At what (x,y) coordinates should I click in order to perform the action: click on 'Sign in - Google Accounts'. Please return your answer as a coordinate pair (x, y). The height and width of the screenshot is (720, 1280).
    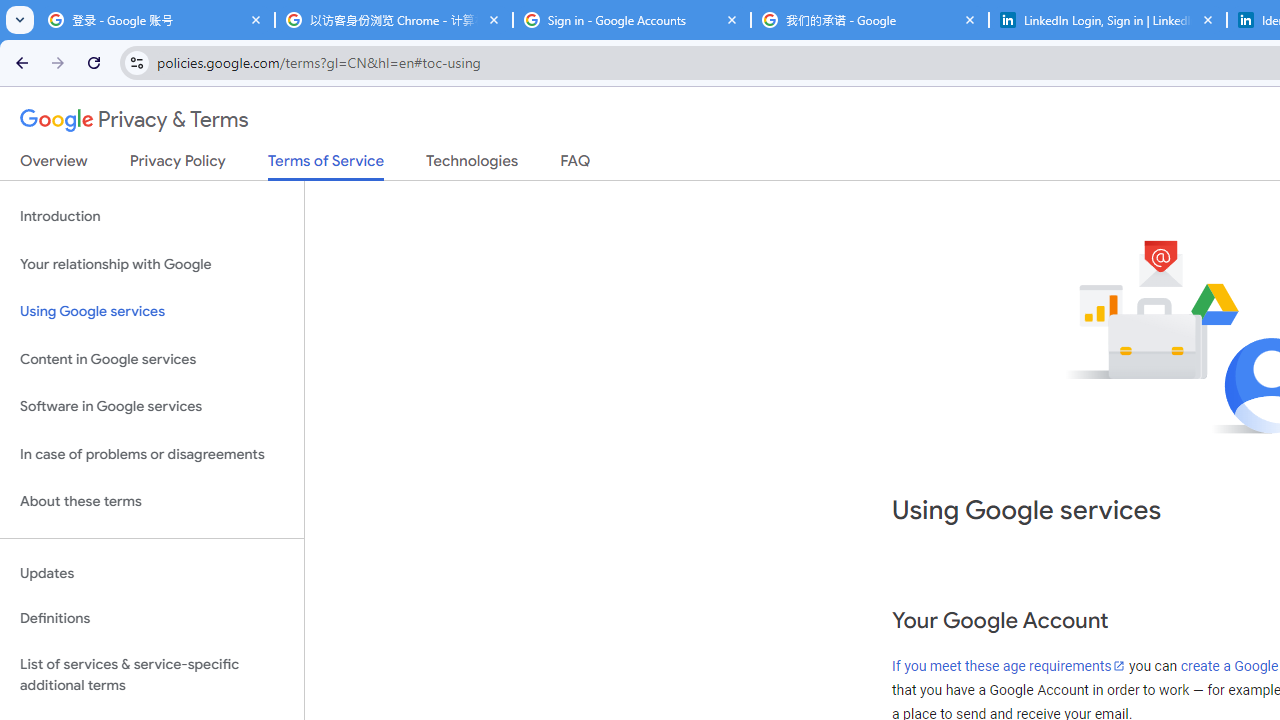
    Looking at the image, I should click on (631, 20).